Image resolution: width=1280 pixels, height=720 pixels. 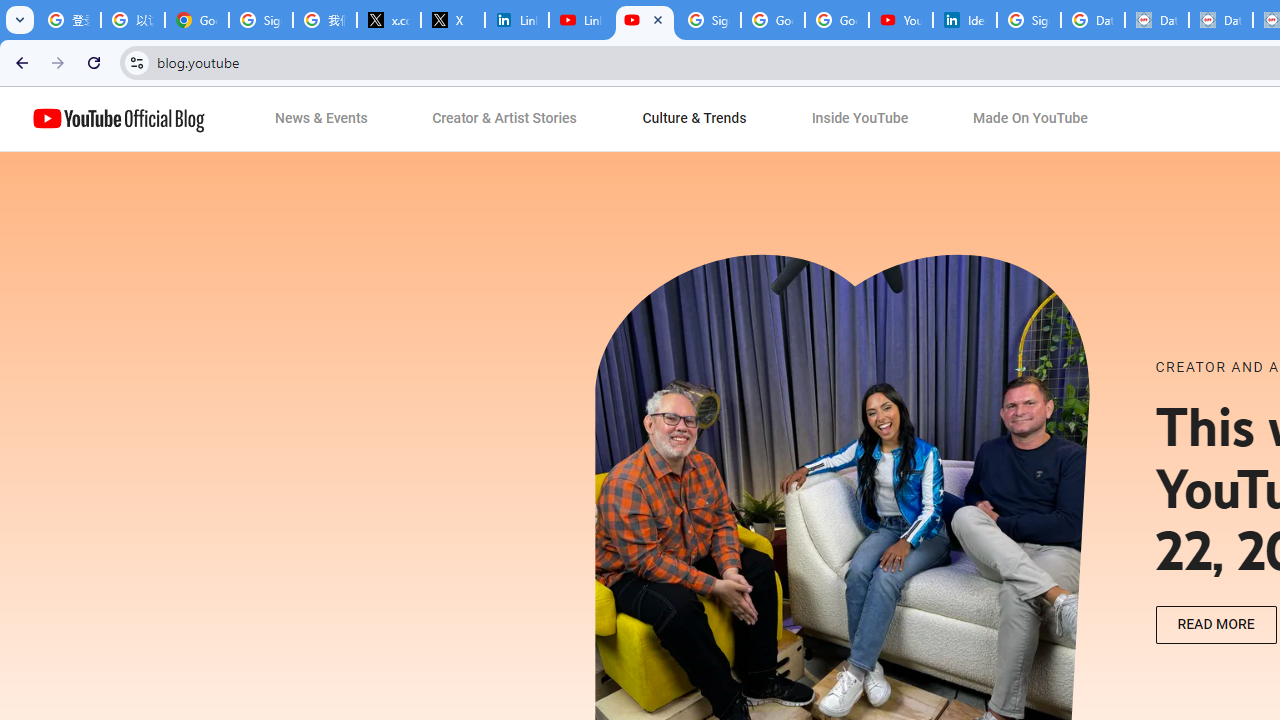 What do you see at coordinates (695, 119) in the screenshot?
I see `'Culture & Trends'` at bounding box center [695, 119].